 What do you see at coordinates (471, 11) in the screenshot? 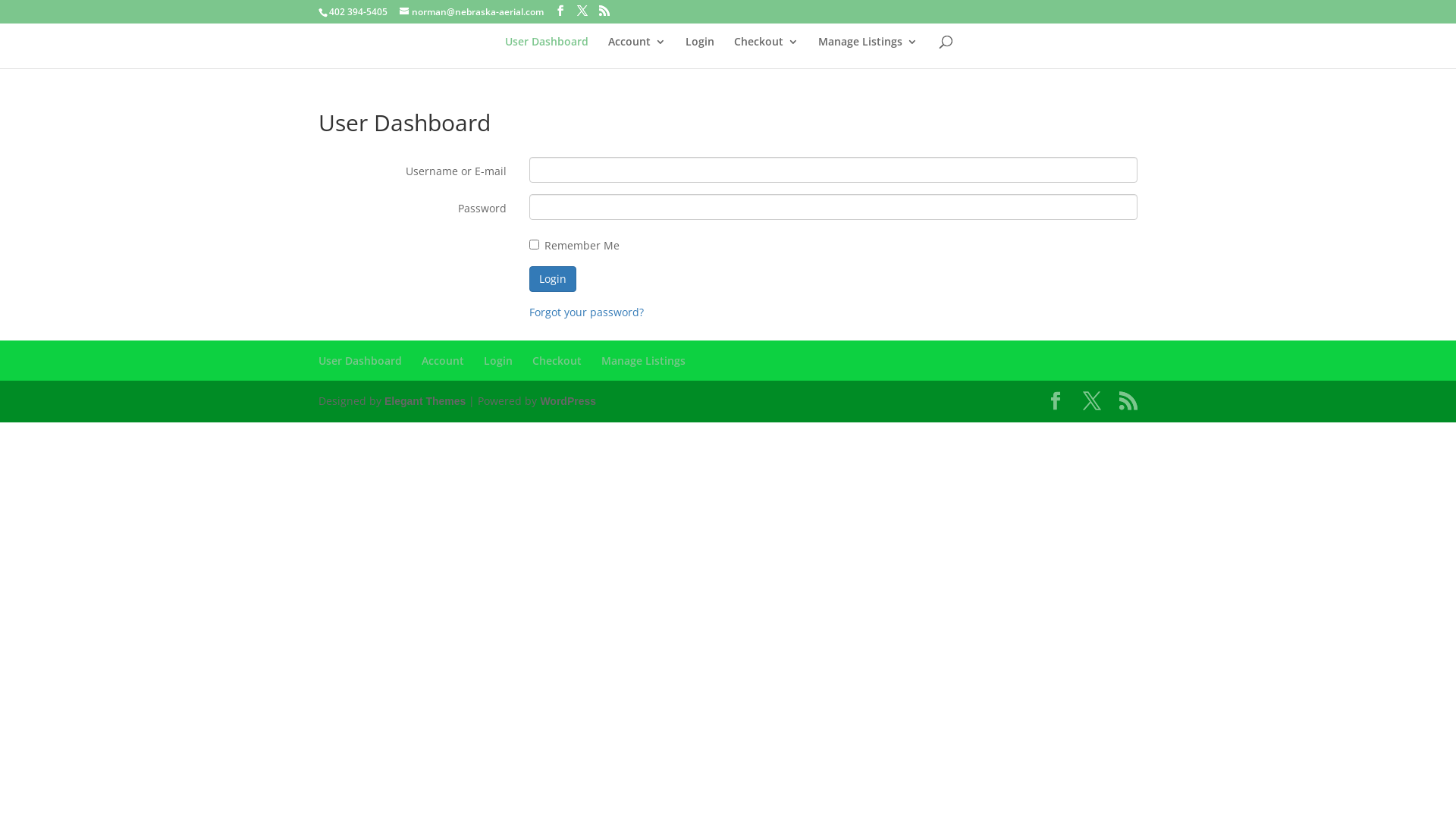
I see `'norman@nebraska-aerial.com'` at bounding box center [471, 11].